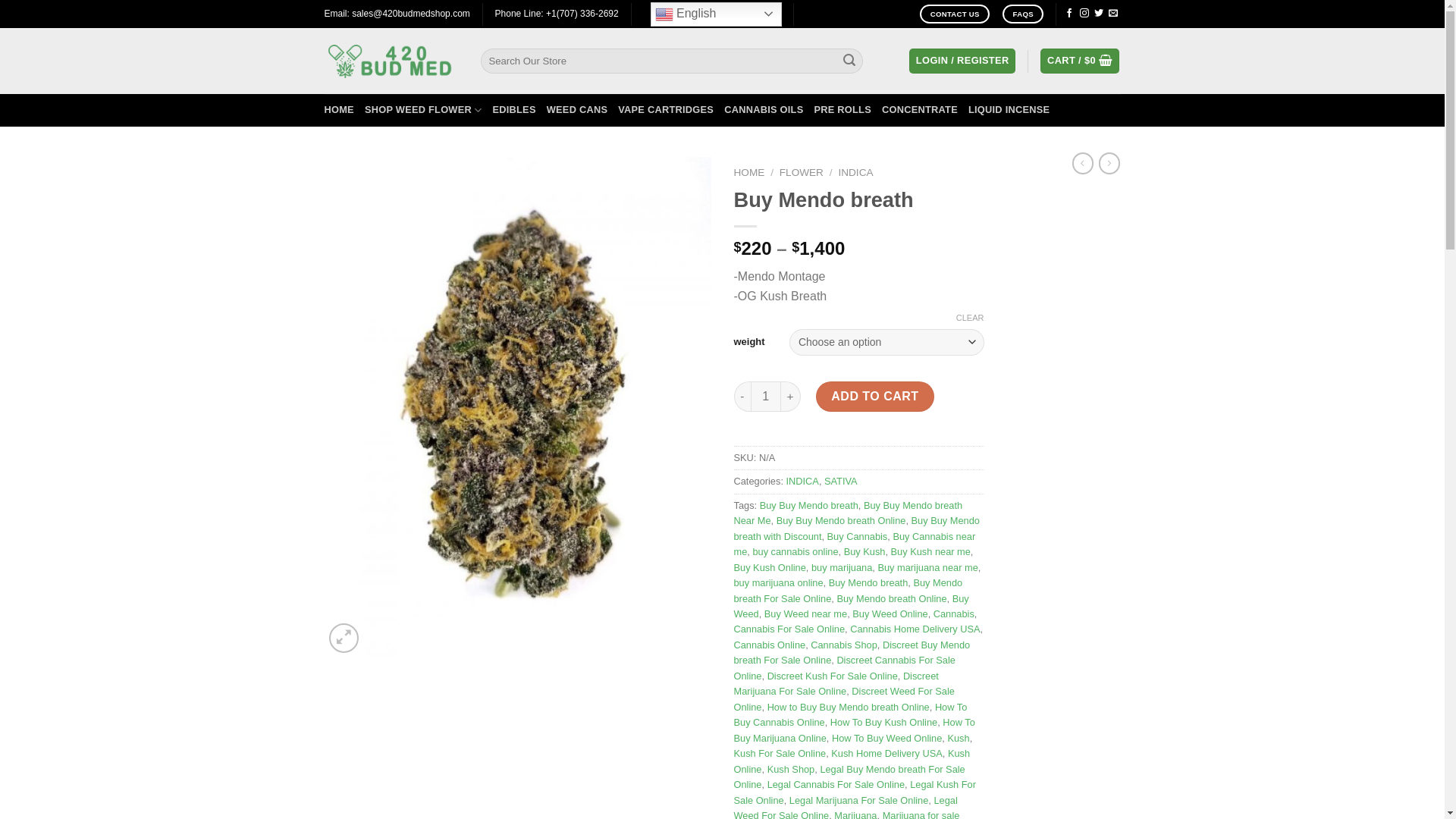 The height and width of the screenshot is (819, 1456). I want to click on 'Follow on Instagram', so click(1084, 14).